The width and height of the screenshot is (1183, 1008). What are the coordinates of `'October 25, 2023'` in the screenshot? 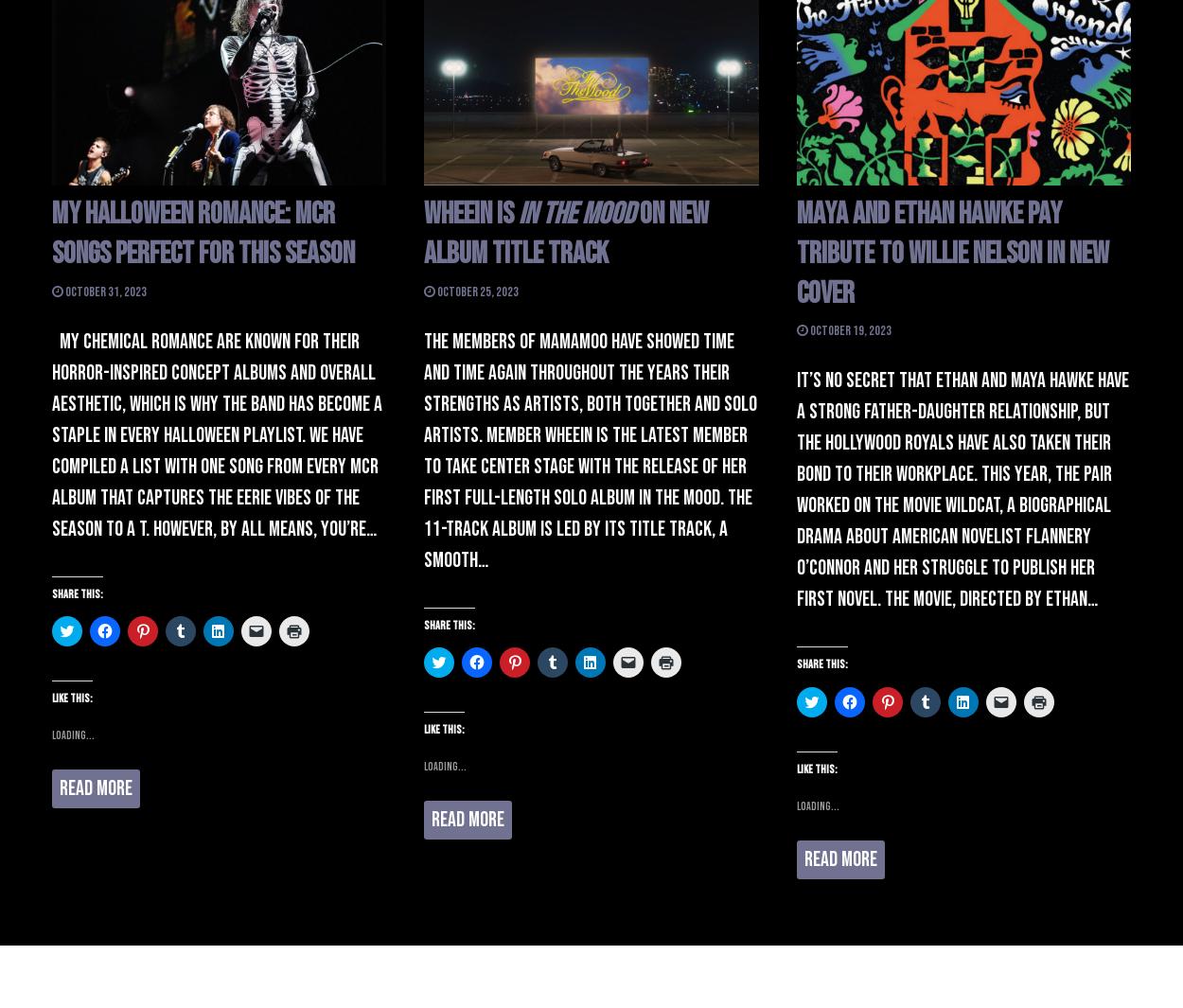 It's located at (477, 290).